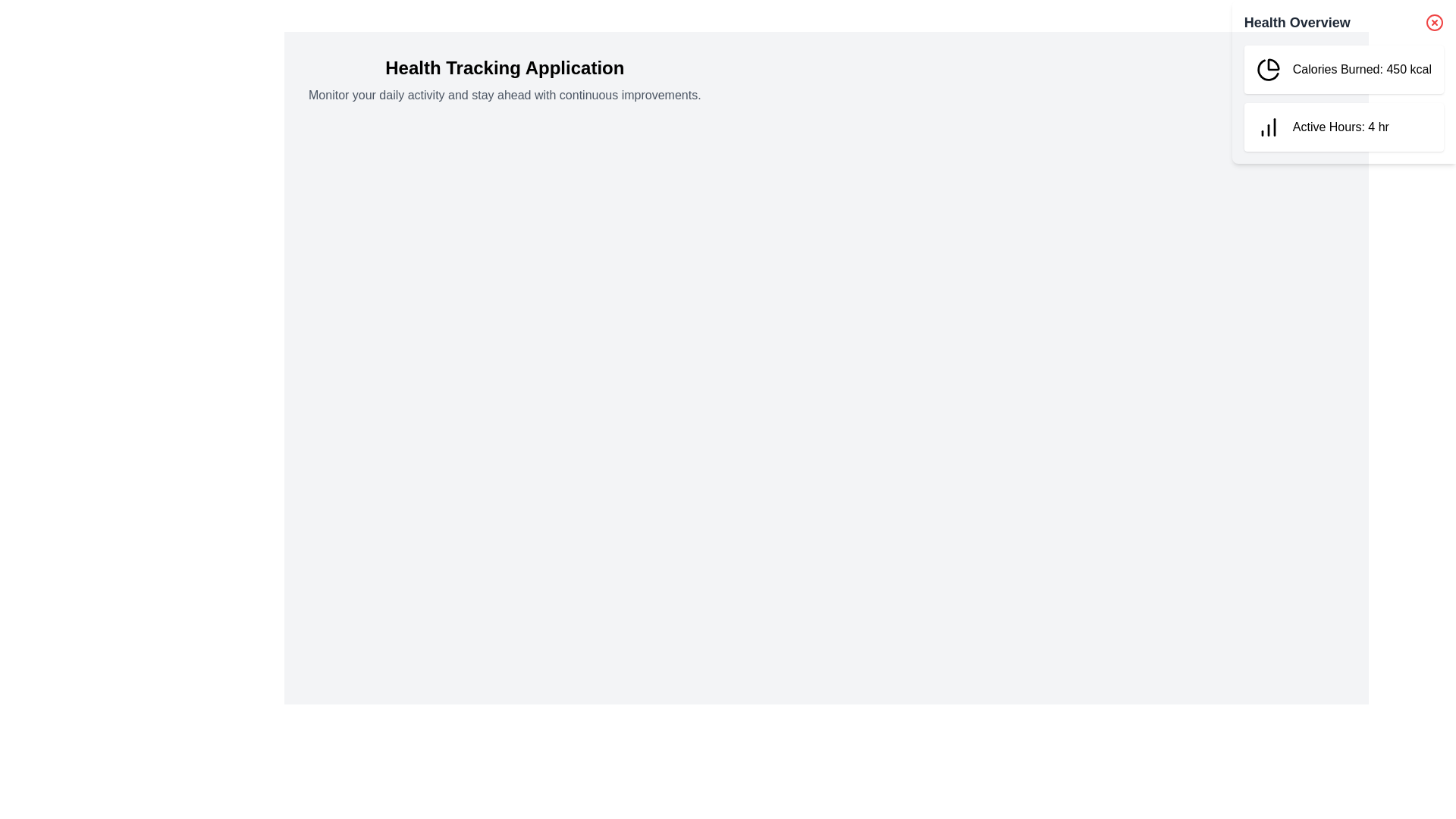 The height and width of the screenshot is (819, 1456). I want to click on value displayed in the text element that shows 'Calories Burned: 450 kcal', which is positioned to the right of a pie chart icon in the 'Health Overview' section, so click(1362, 70).